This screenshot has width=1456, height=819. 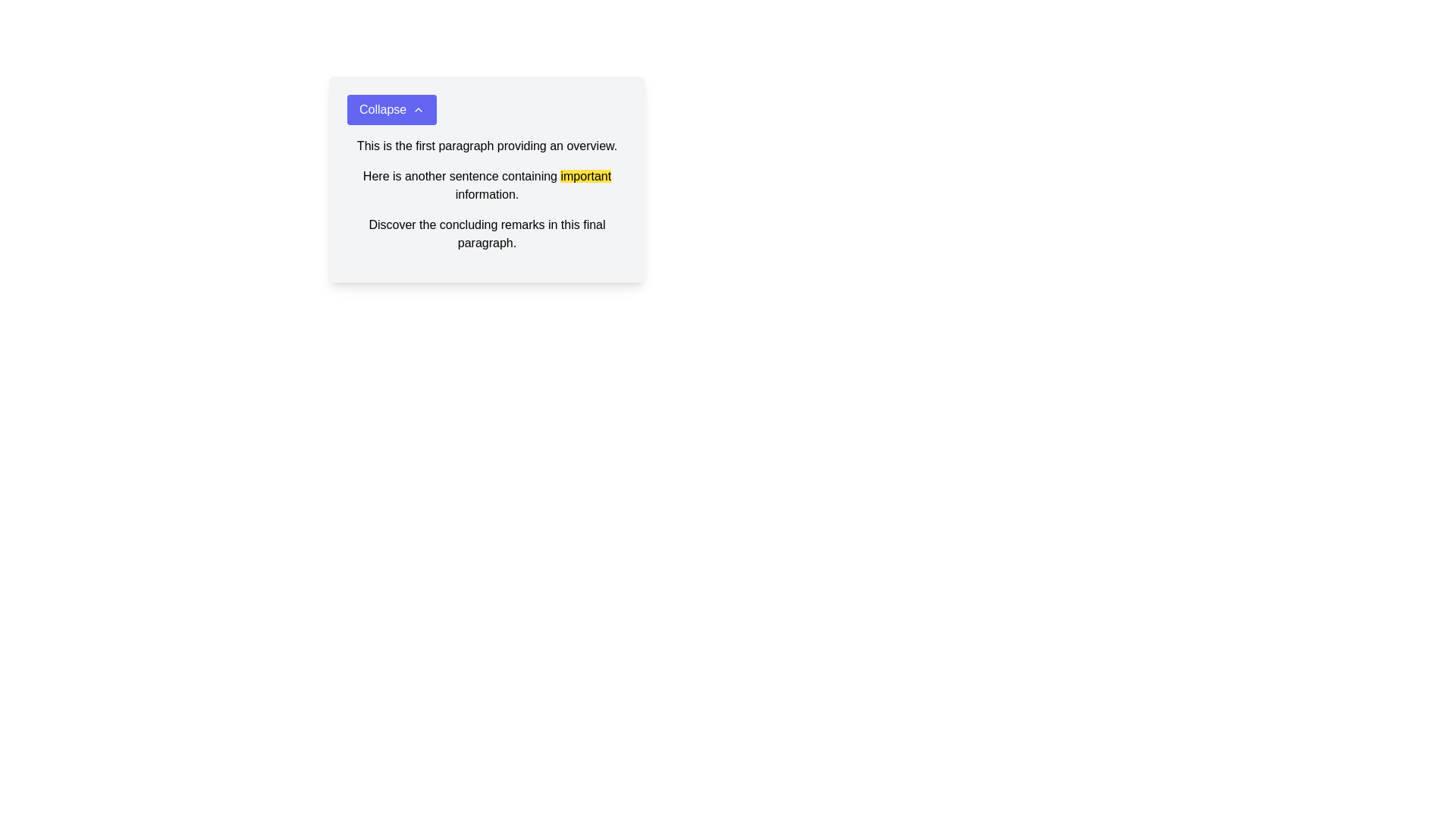 What do you see at coordinates (419, 109) in the screenshot?
I see `the chevron icon next to the 'Collapse' button` at bounding box center [419, 109].